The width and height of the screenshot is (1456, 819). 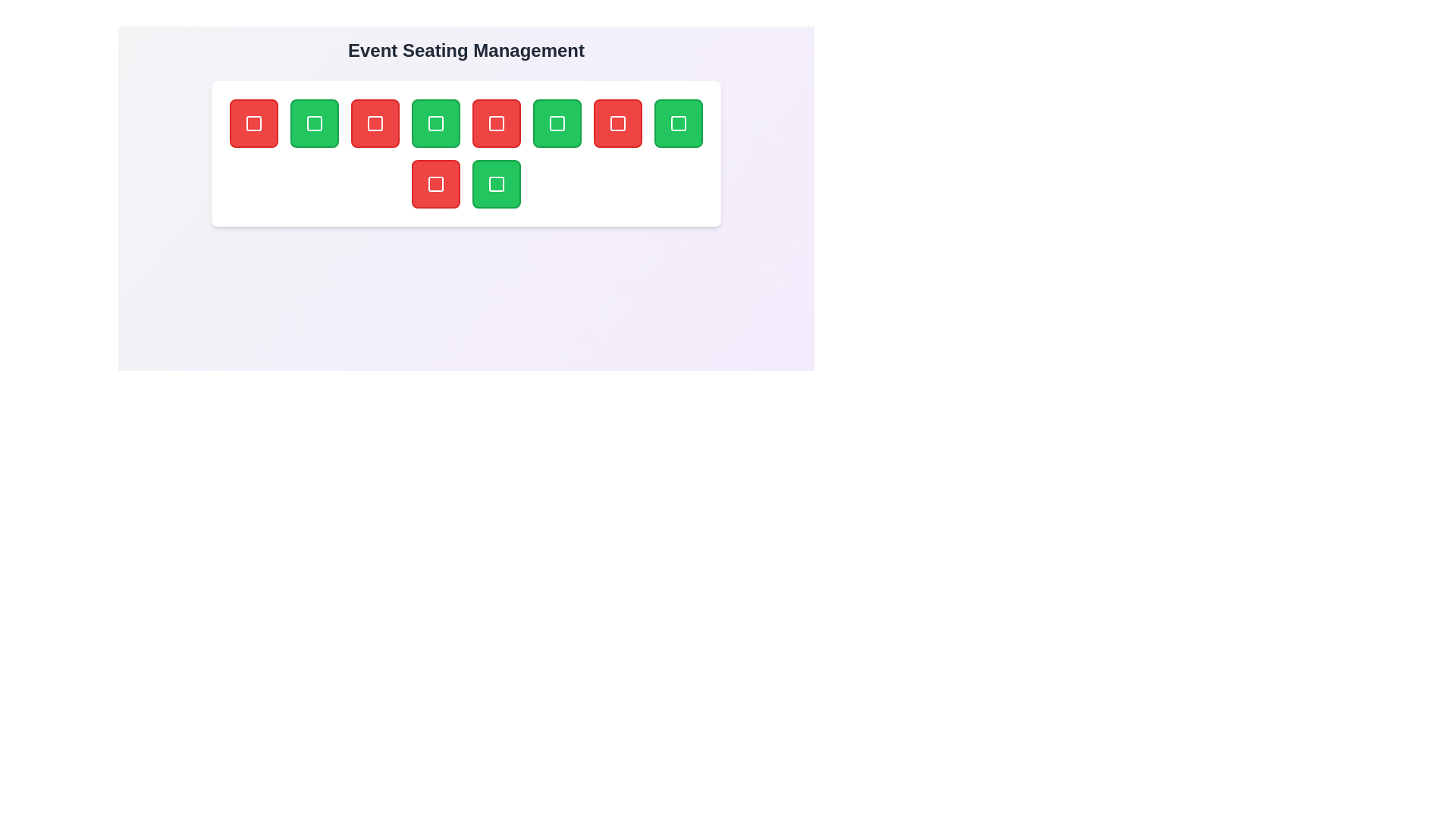 What do you see at coordinates (677, 122) in the screenshot?
I see `the green square icon that signifies seat 8` at bounding box center [677, 122].